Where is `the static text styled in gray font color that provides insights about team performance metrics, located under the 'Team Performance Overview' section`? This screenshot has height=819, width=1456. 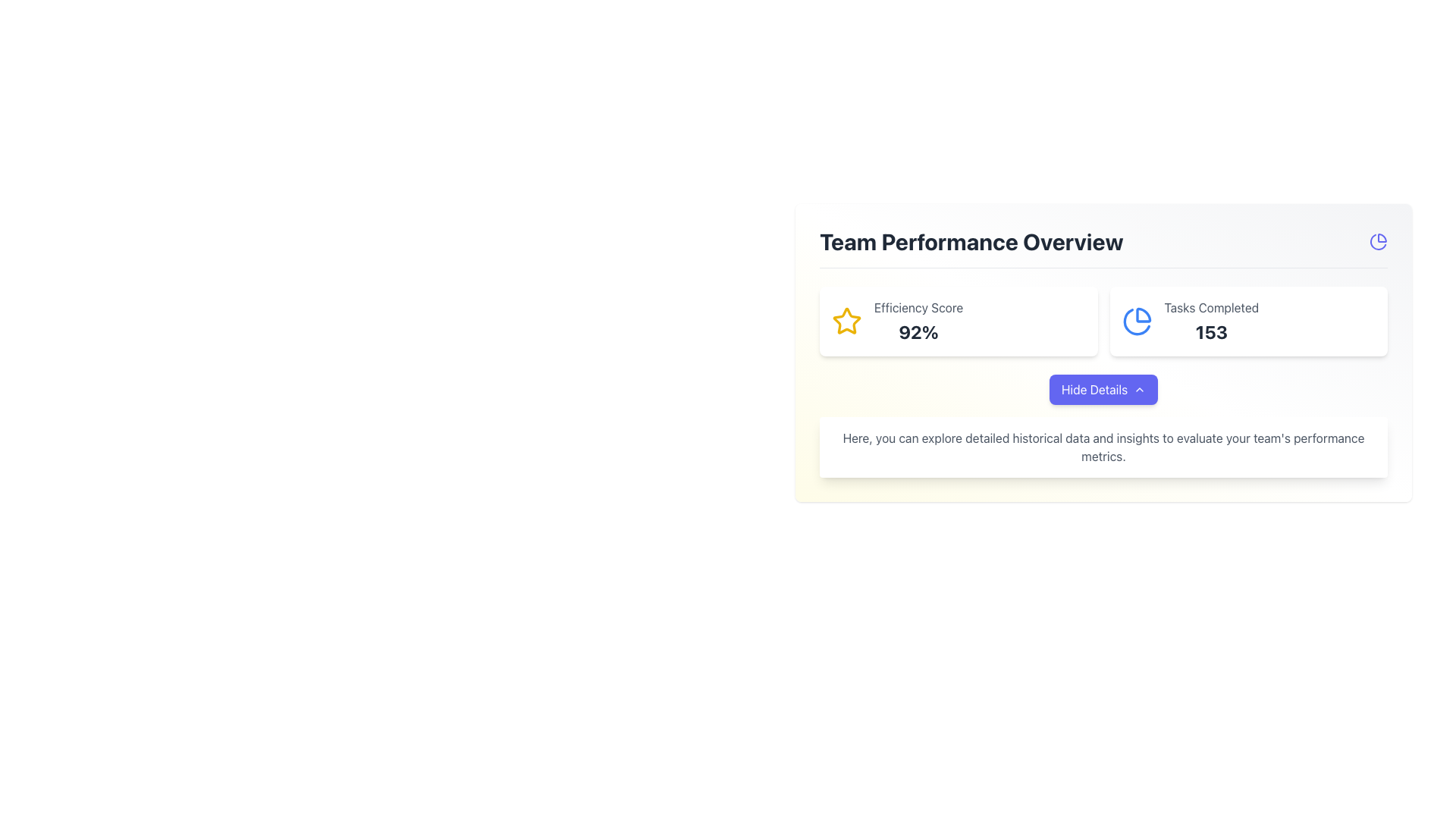 the static text styled in gray font color that provides insights about team performance metrics, located under the 'Team Performance Overview' section is located at coordinates (1103, 447).